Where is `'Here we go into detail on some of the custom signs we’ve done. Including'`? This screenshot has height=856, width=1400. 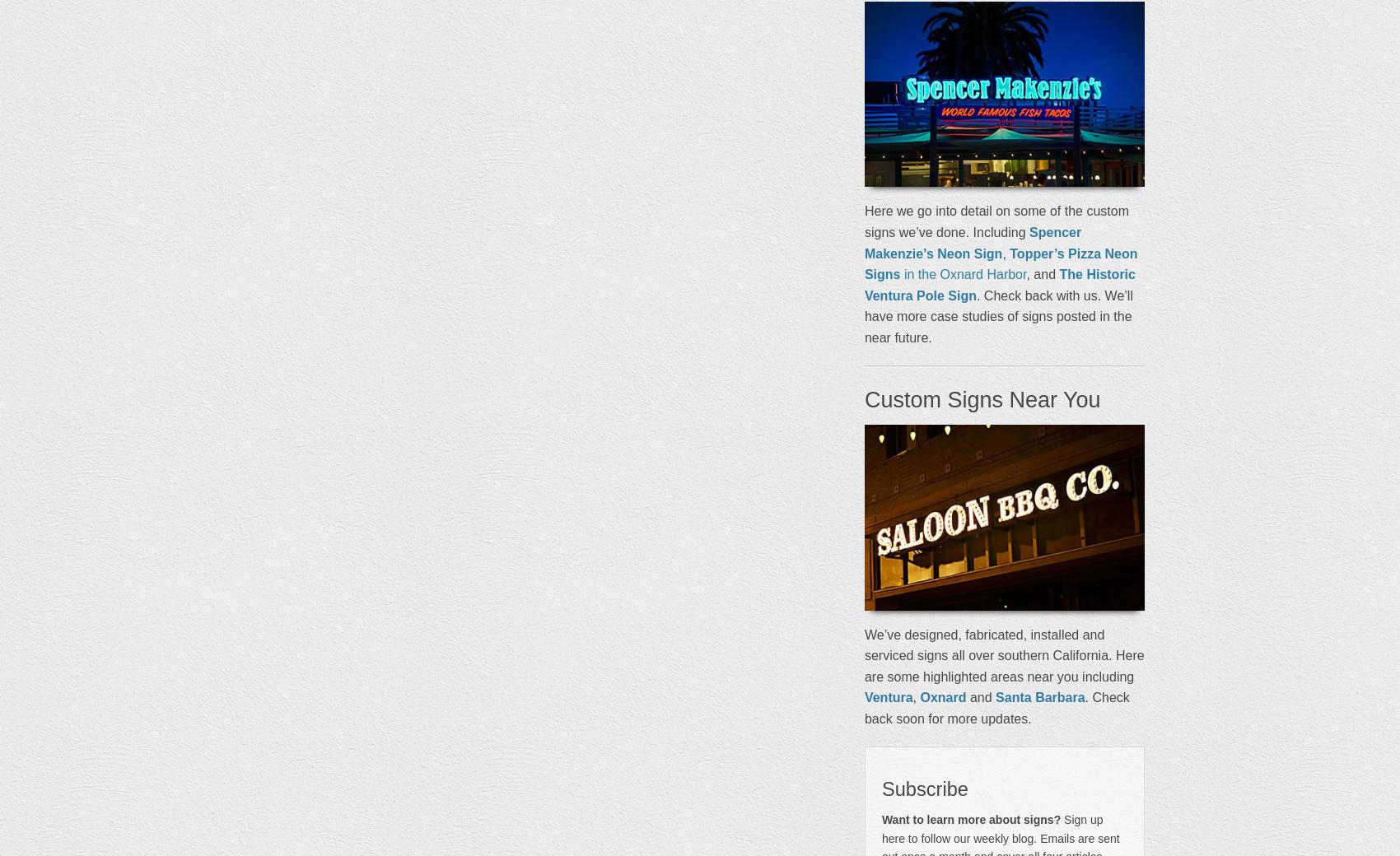
'Here we go into detail on some of the custom signs we’ve done. Including' is located at coordinates (995, 221).